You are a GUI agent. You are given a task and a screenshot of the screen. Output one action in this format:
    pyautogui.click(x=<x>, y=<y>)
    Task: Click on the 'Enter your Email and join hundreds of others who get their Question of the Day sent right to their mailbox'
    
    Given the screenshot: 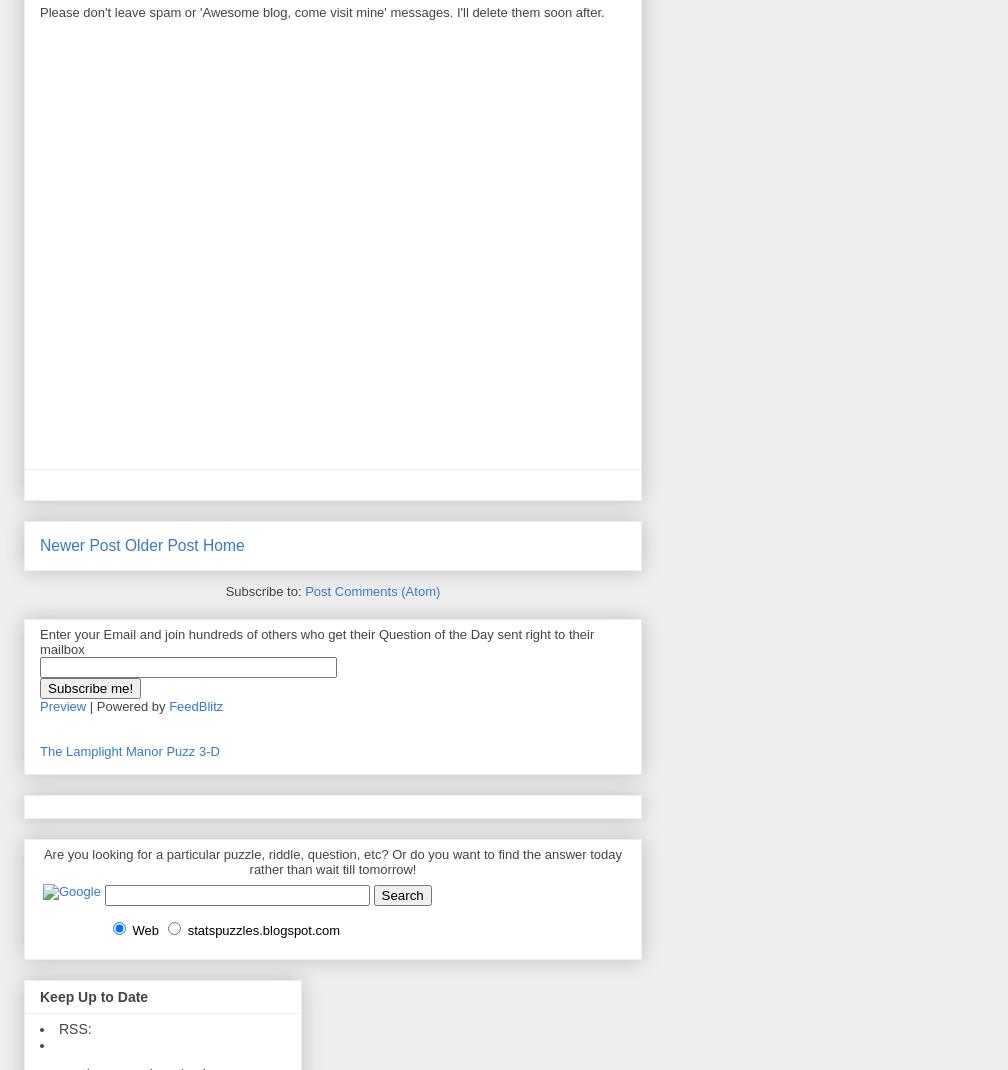 What is the action you would take?
    pyautogui.click(x=317, y=641)
    